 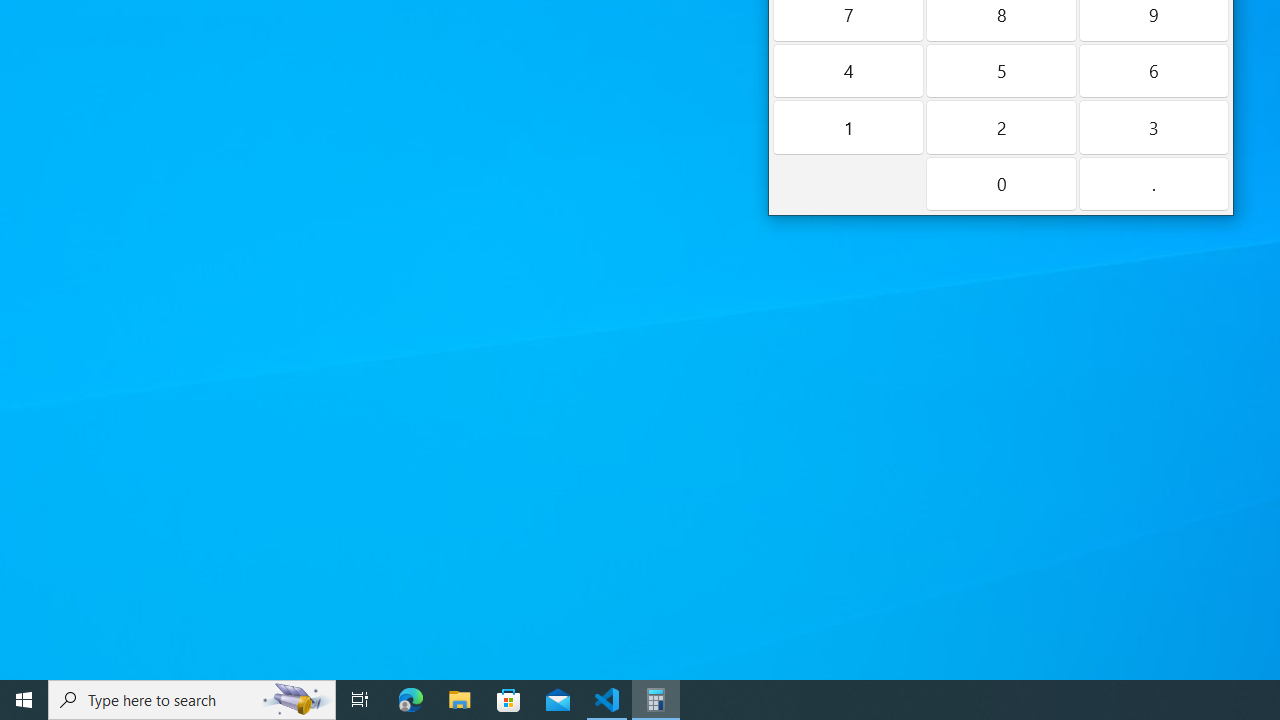 I want to click on 'Calculator - 1 running window', so click(x=656, y=698).